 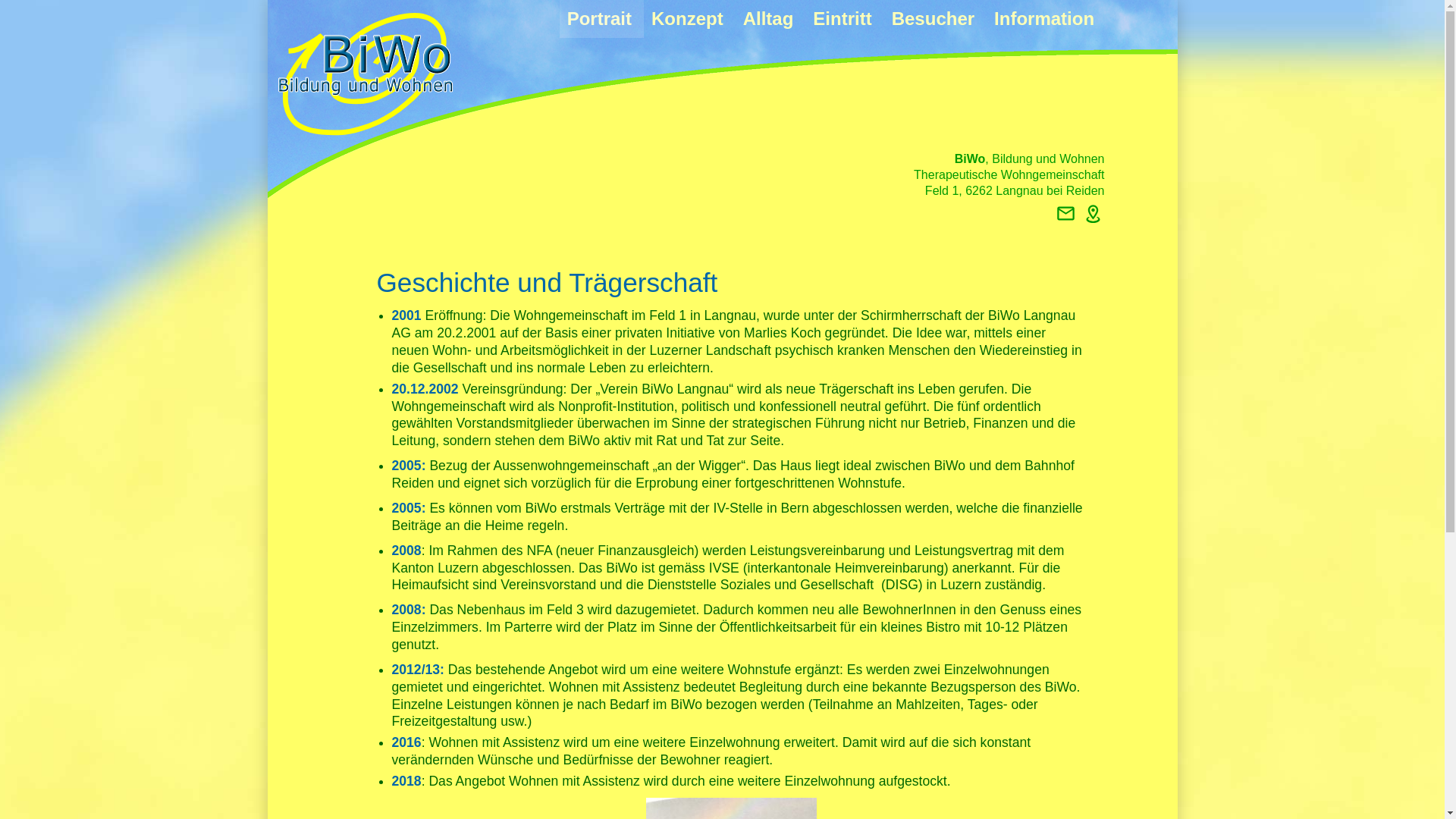 What do you see at coordinates (1043, 18) in the screenshot?
I see `'Information'` at bounding box center [1043, 18].